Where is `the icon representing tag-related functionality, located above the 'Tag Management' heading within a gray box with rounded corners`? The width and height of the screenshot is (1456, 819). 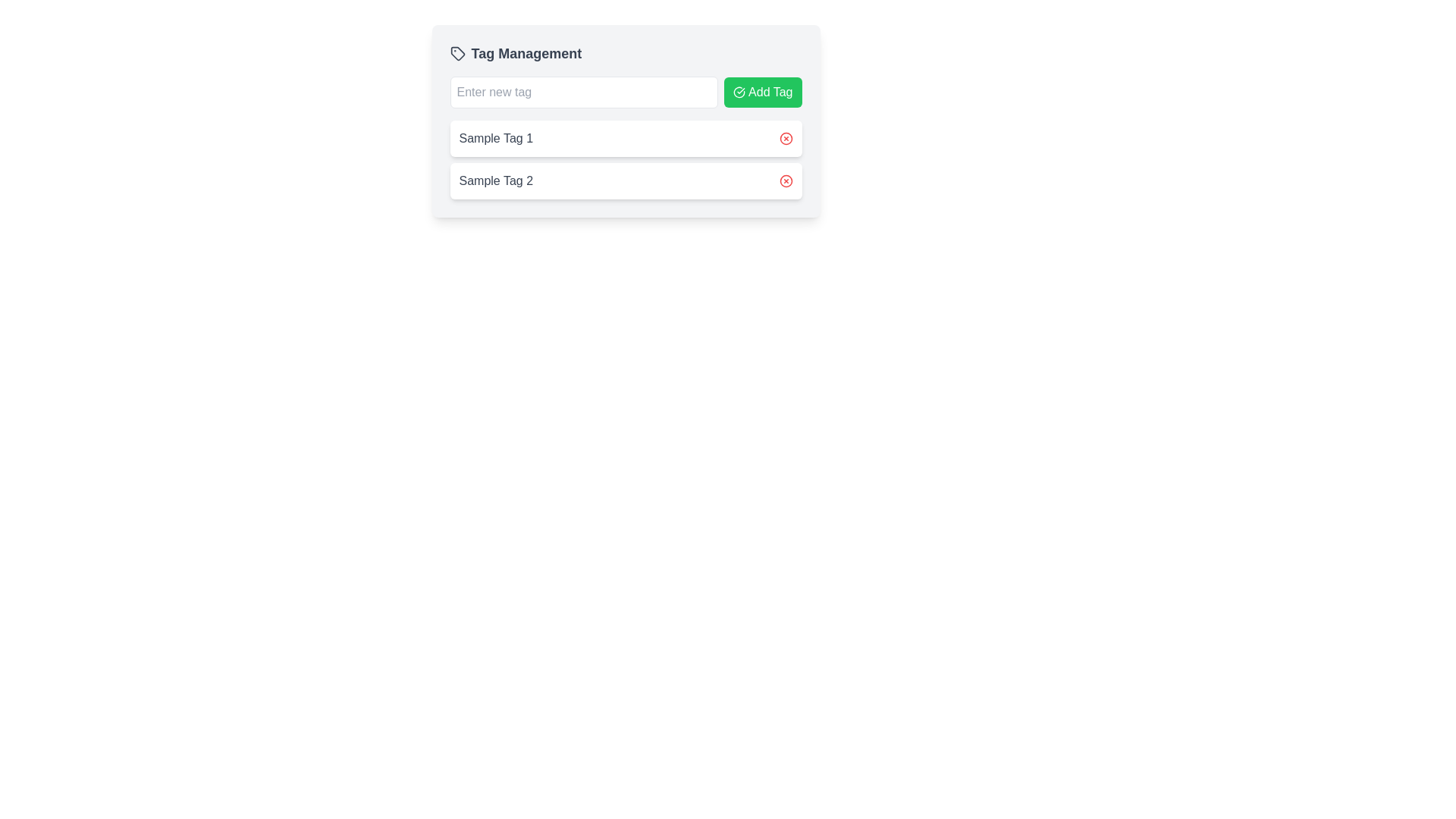 the icon representing tag-related functionality, located above the 'Tag Management' heading within a gray box with rounded corners is located at coordinates (457, 52).